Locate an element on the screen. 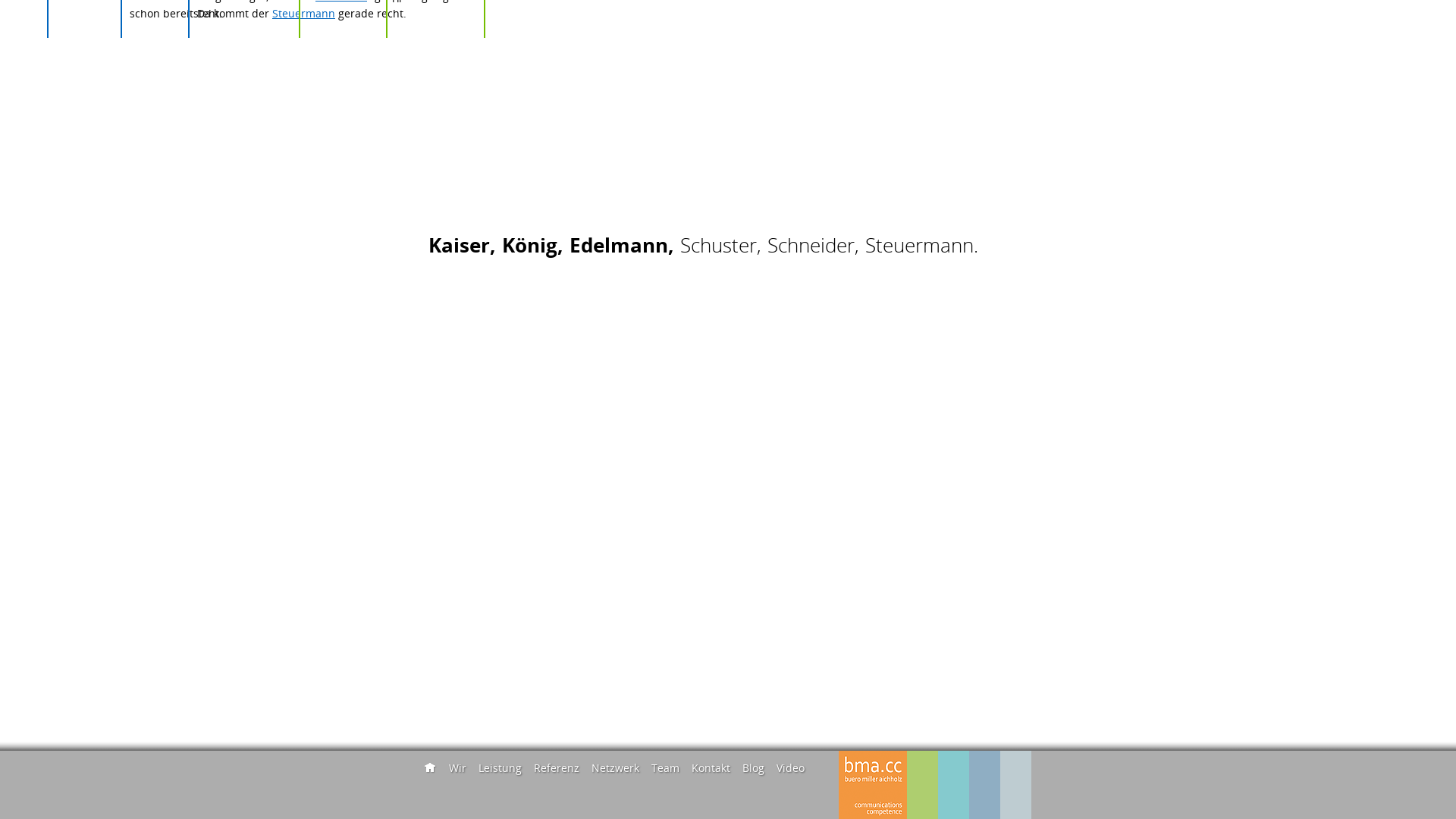  'Video' is located at coordinates (776, 767).